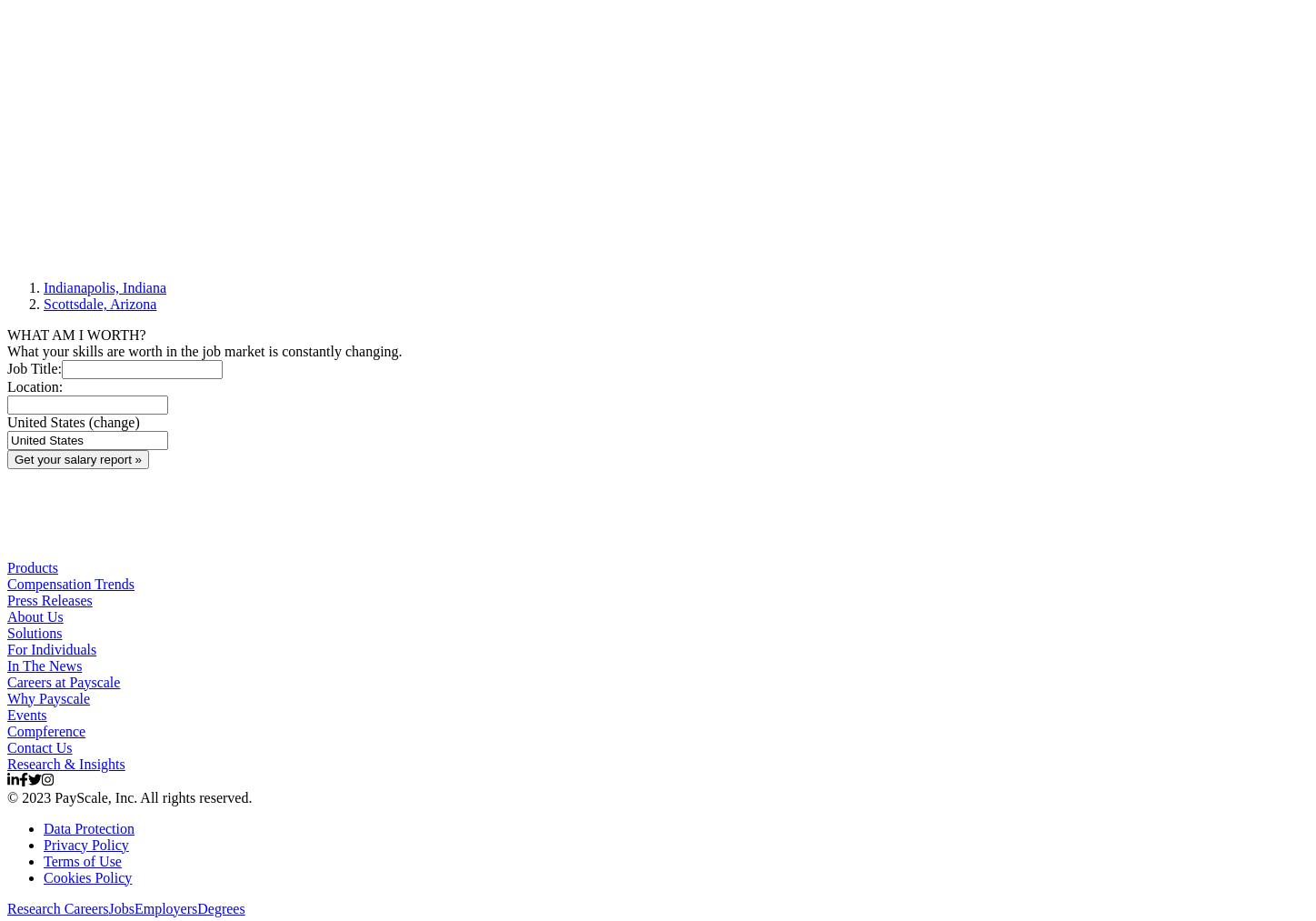  What do you see at coordinates (120, 907) in the screenshot?
I see `'Jobs'` at bounding box center [120, 907].